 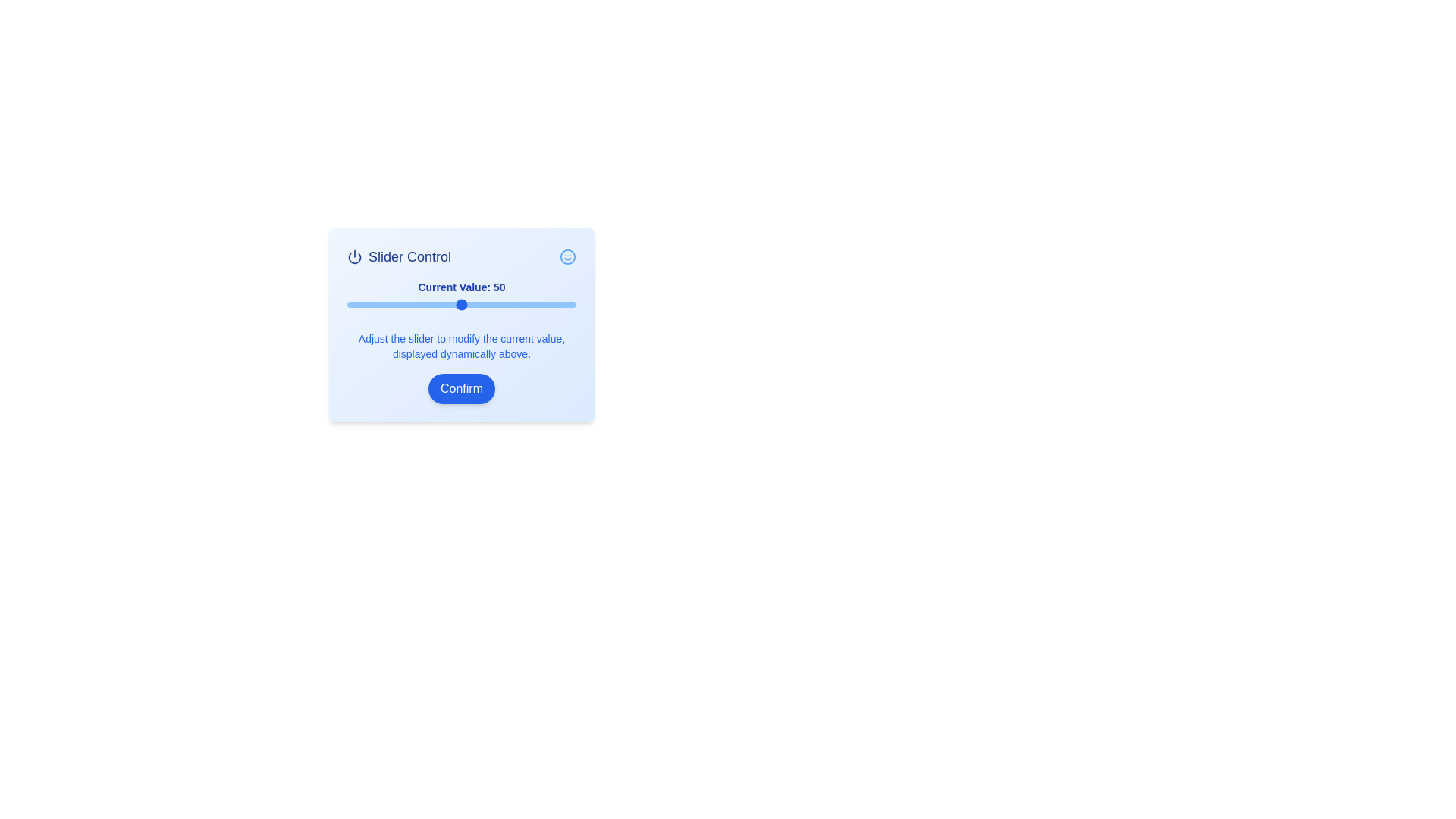 What do you see at coordinates (510, 304) in the screenshot?
I see `the slider value` at bounding box center [510, 304].